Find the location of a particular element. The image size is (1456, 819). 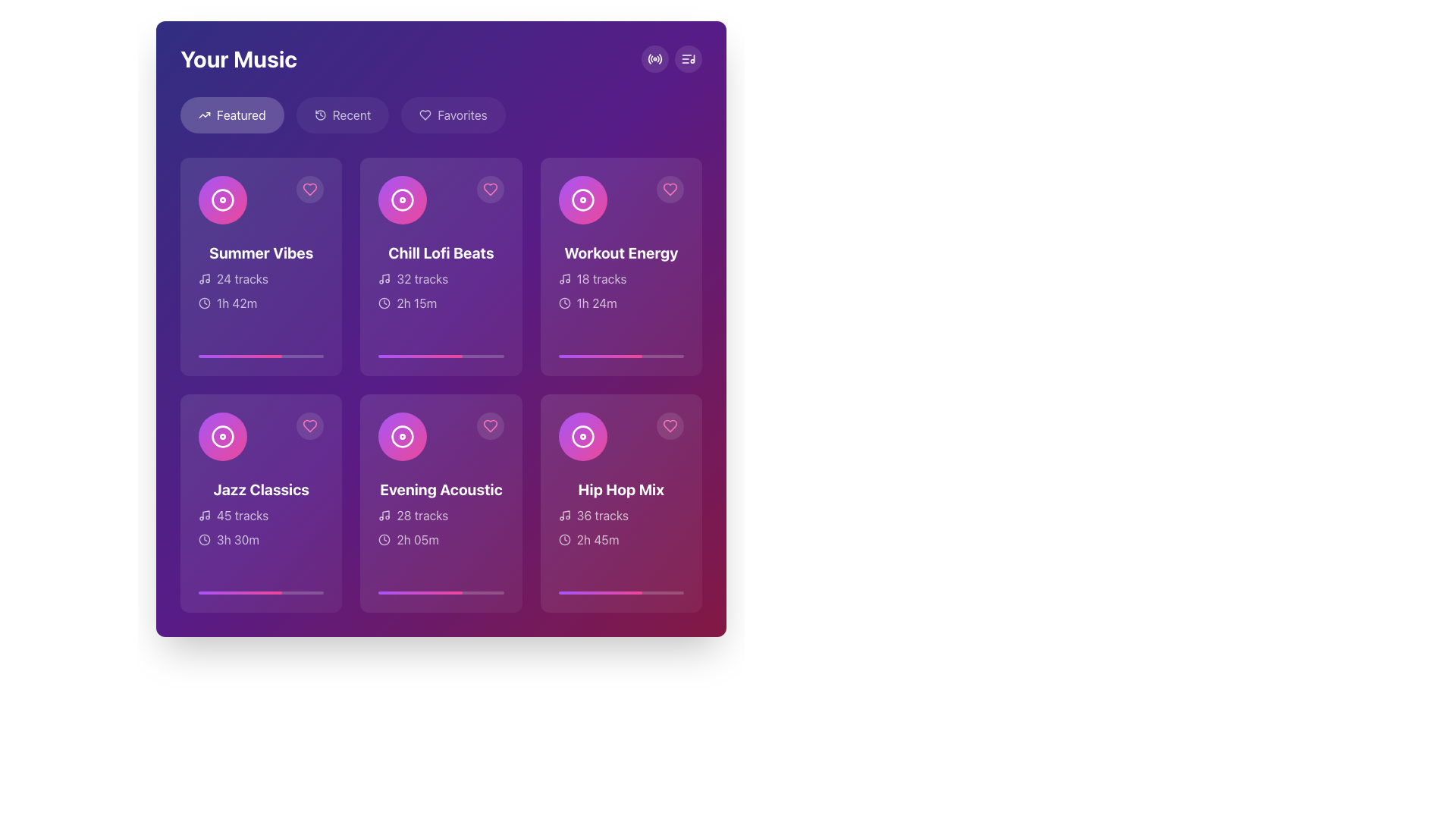

the information displayed in the 'Hip Hop Mix' playlist text label, which shows '36 tracks' and '2h 45m' playtime, located in the bottom-right corner of the music collection grid is located at coordinates (621, 526).